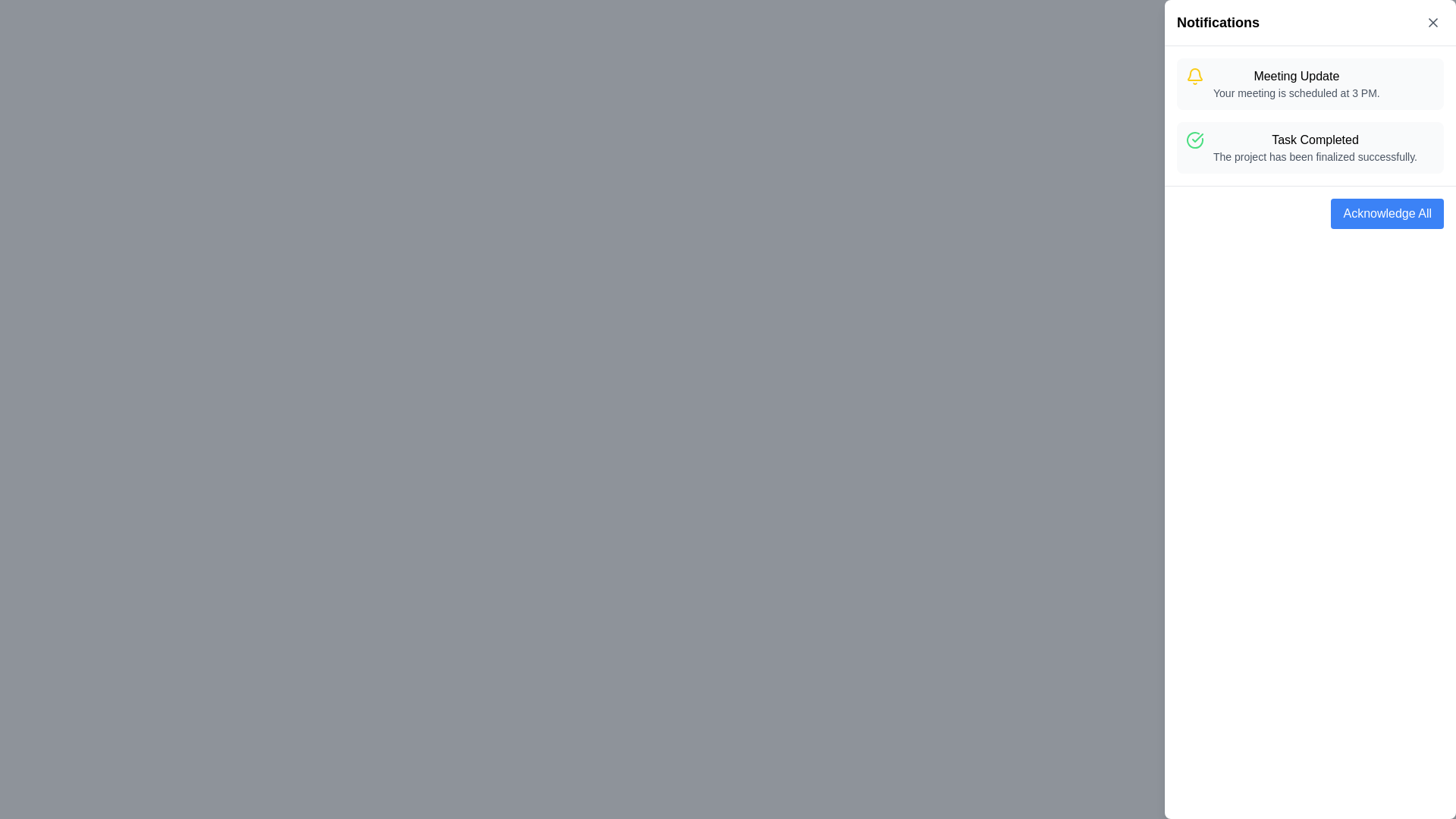  What do you see at coordinates (1432, 23) in the screenshot?
I see `the close button located at the top-right corner of the notifications panel to activate hover effects` at bounding box center [1432, 23].